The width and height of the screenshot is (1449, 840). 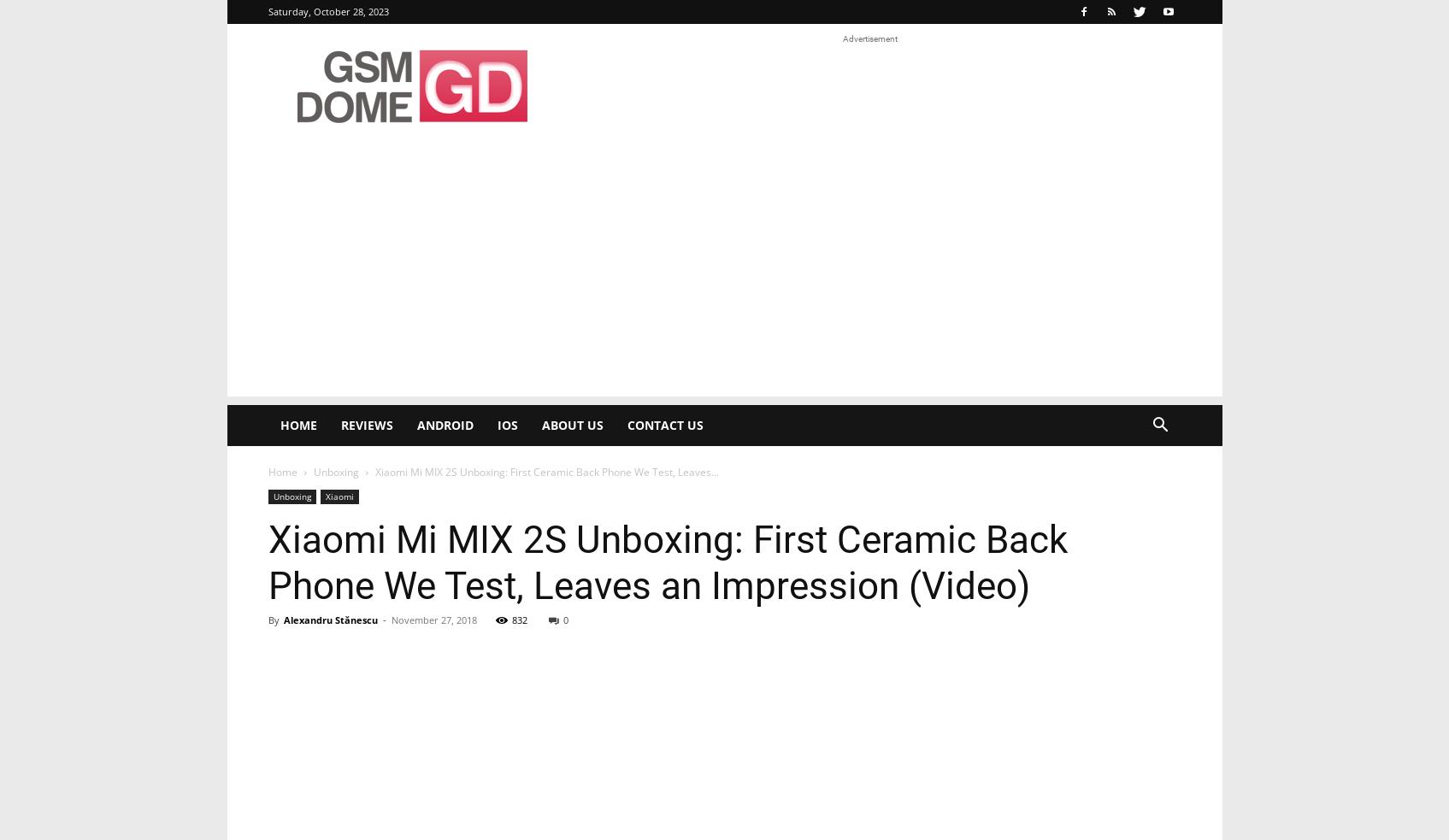 What do you see at coordinates (390, 619) in the screenshot?
I see `'November 27, 2018'` at bounding box center [390, 619].